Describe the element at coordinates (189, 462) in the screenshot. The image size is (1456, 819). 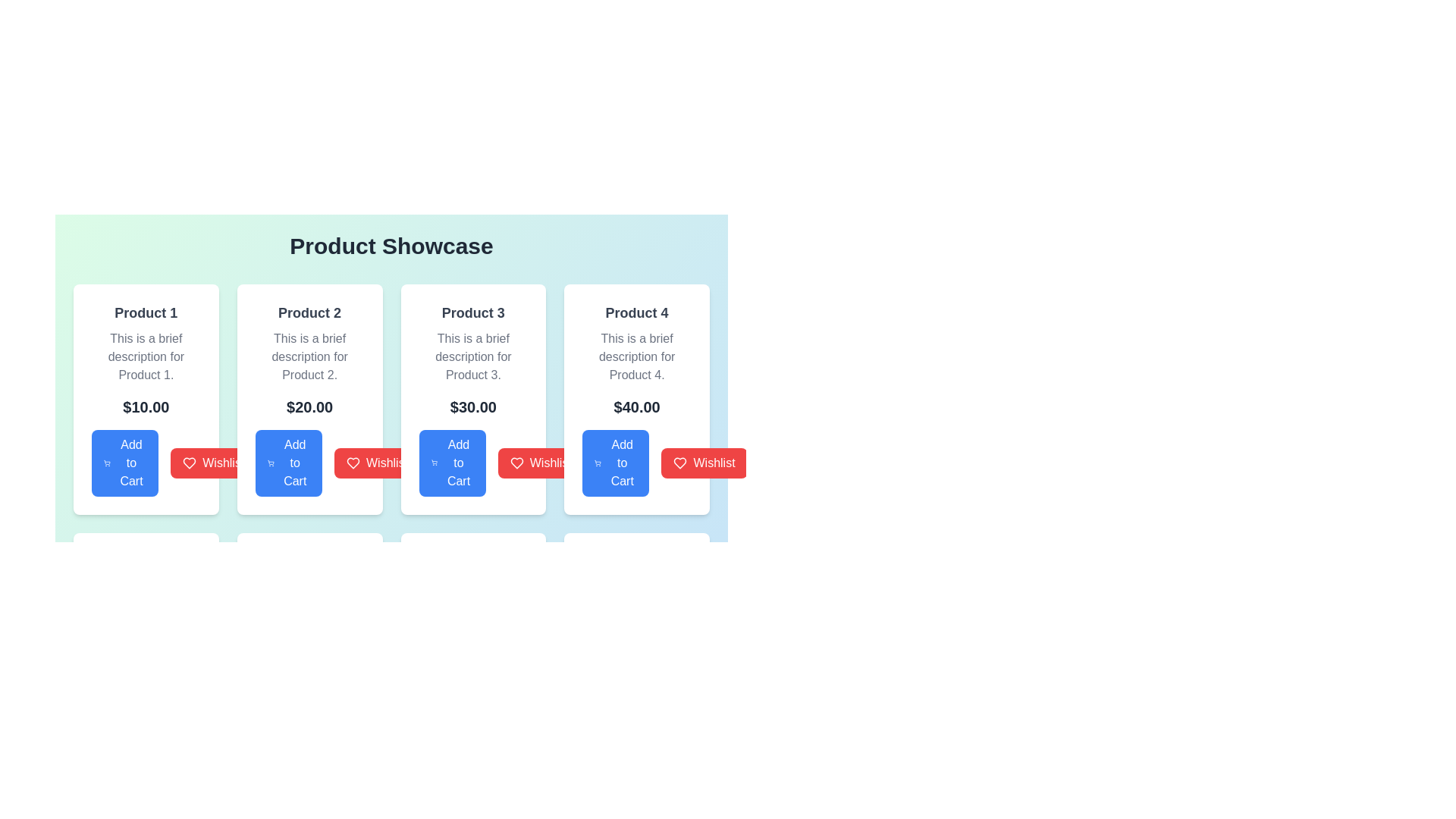
I see `the heart-shaped icon with a red fill representing the favorite or wishlist feature located within the 'Wishlist' button for 'Product 2'` at that location.